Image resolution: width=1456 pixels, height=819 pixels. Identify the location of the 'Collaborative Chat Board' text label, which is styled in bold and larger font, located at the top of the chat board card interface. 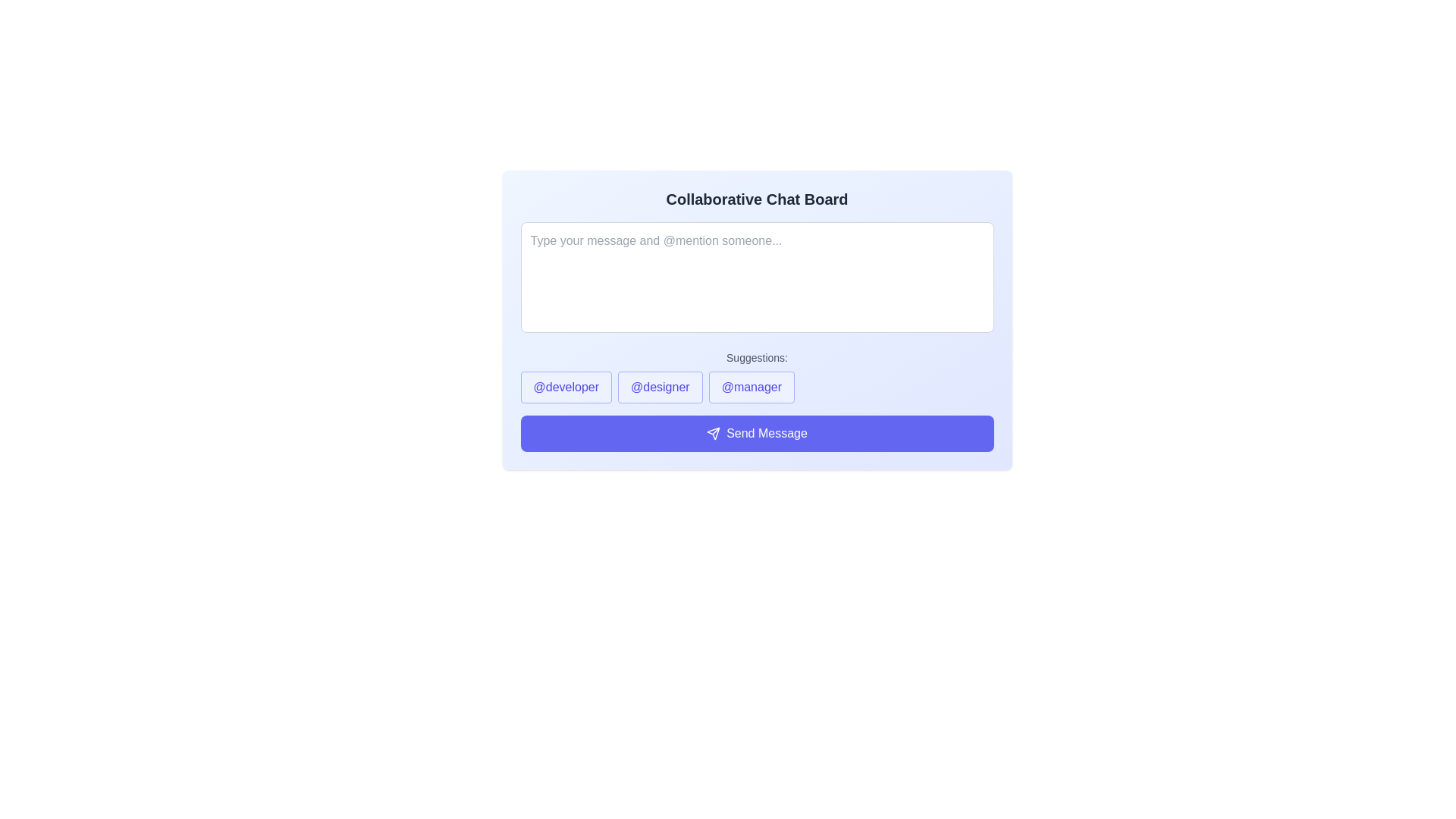
(757, 198).